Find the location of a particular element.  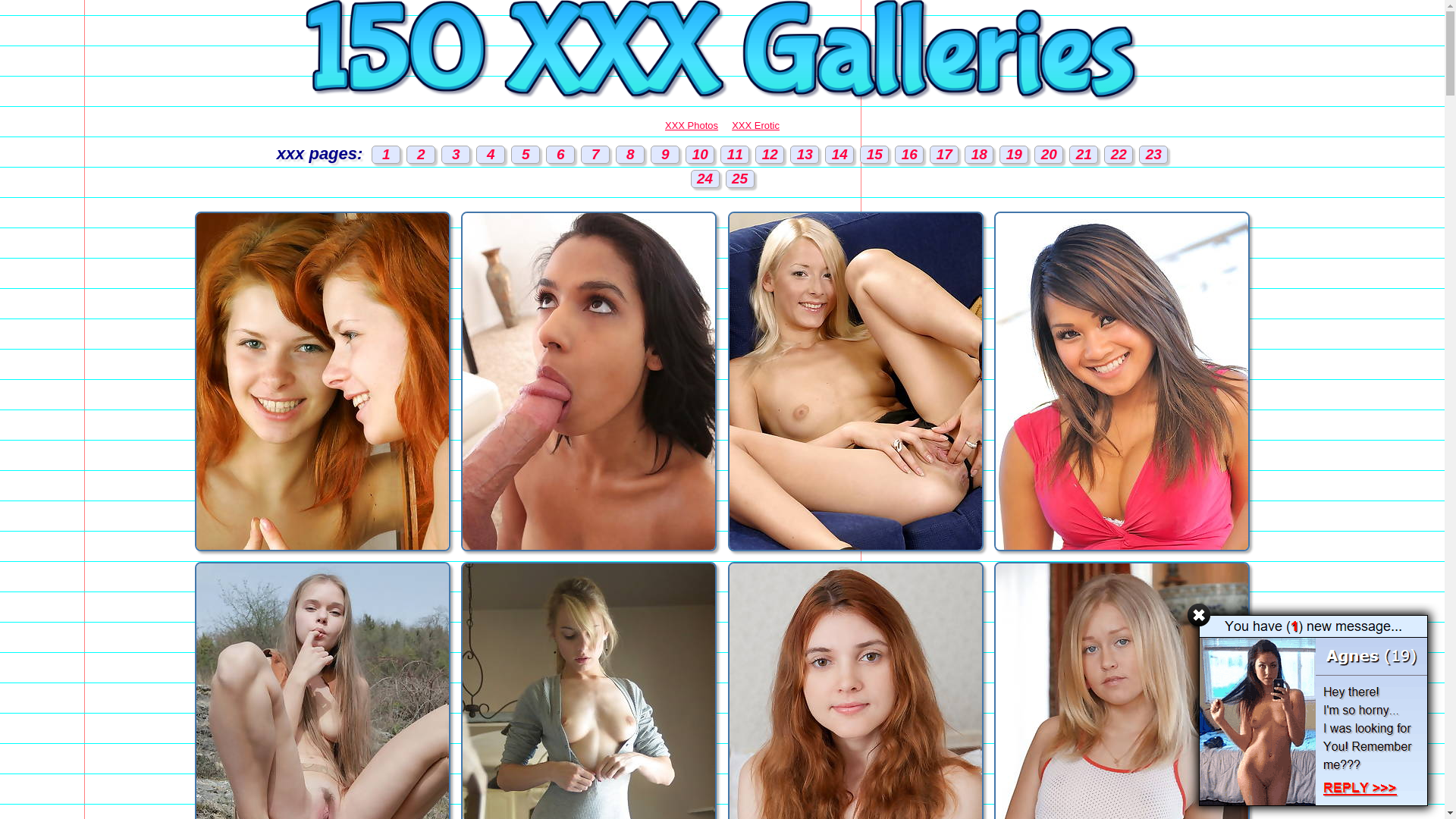

'4' is located at coordinates (491, 155).